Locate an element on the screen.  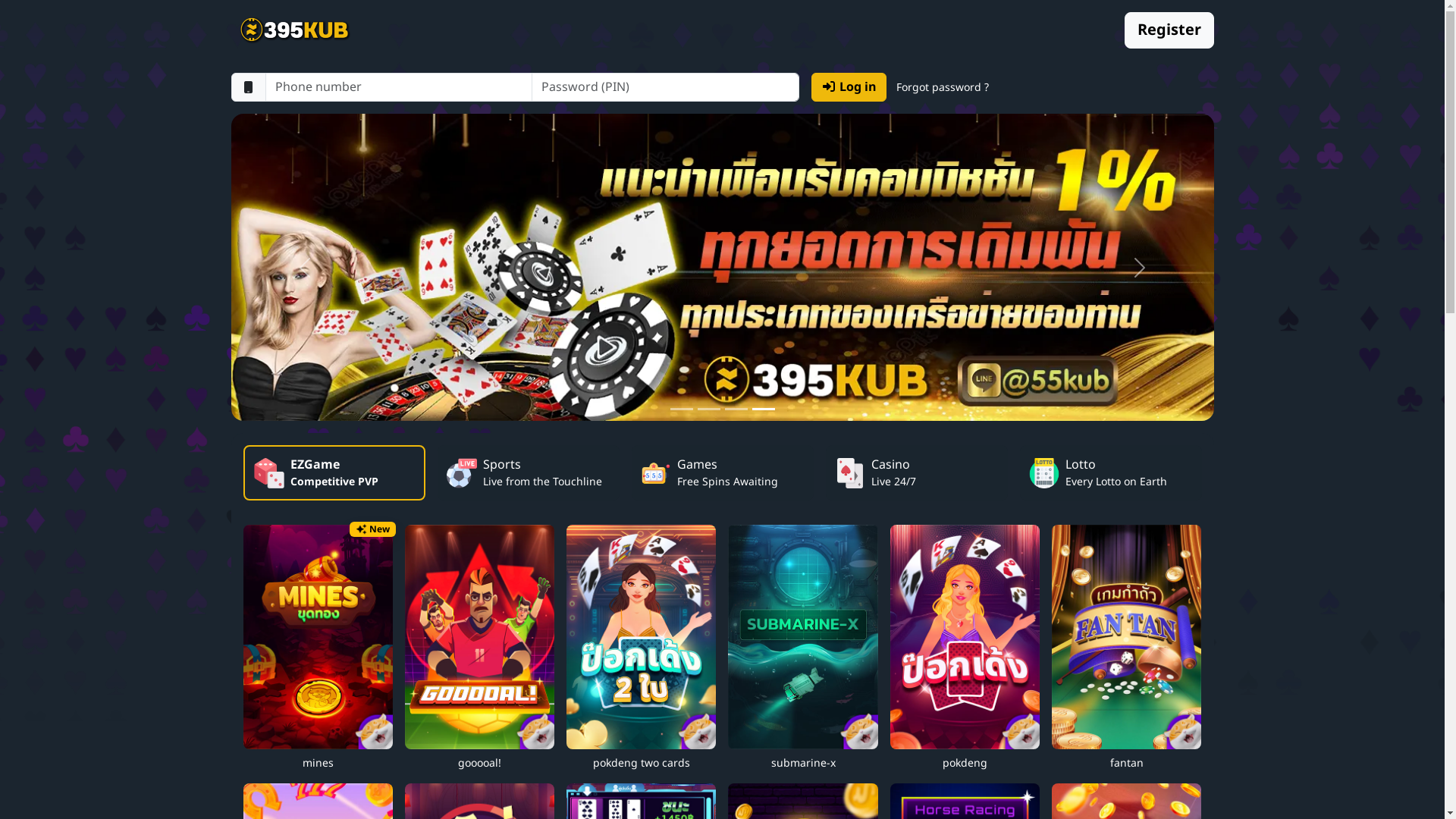
'EZGame is located at coordinates (333, 472).